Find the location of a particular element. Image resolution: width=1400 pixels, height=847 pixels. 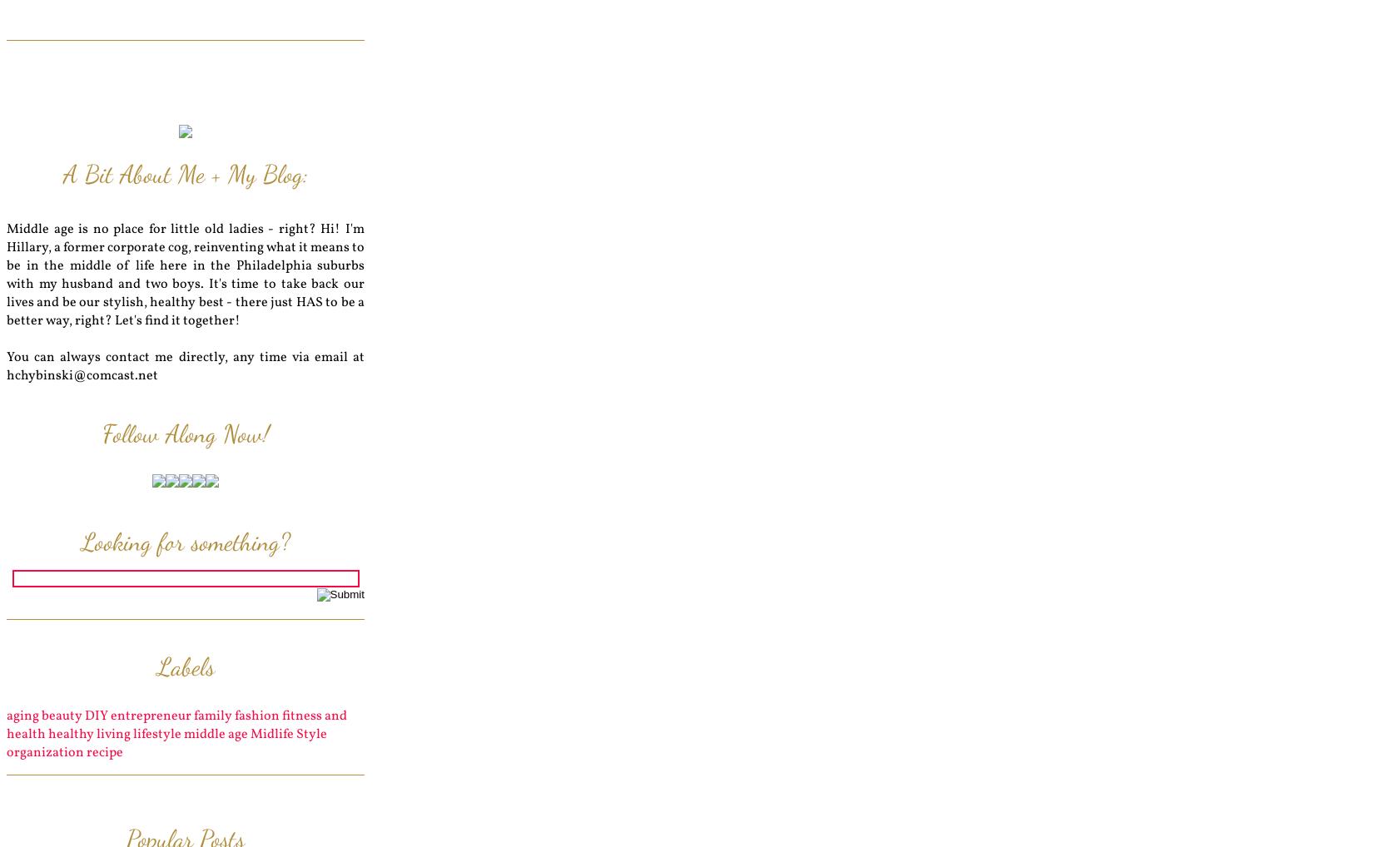

'Follow Along Now!' is located at coordinates (184, 433).